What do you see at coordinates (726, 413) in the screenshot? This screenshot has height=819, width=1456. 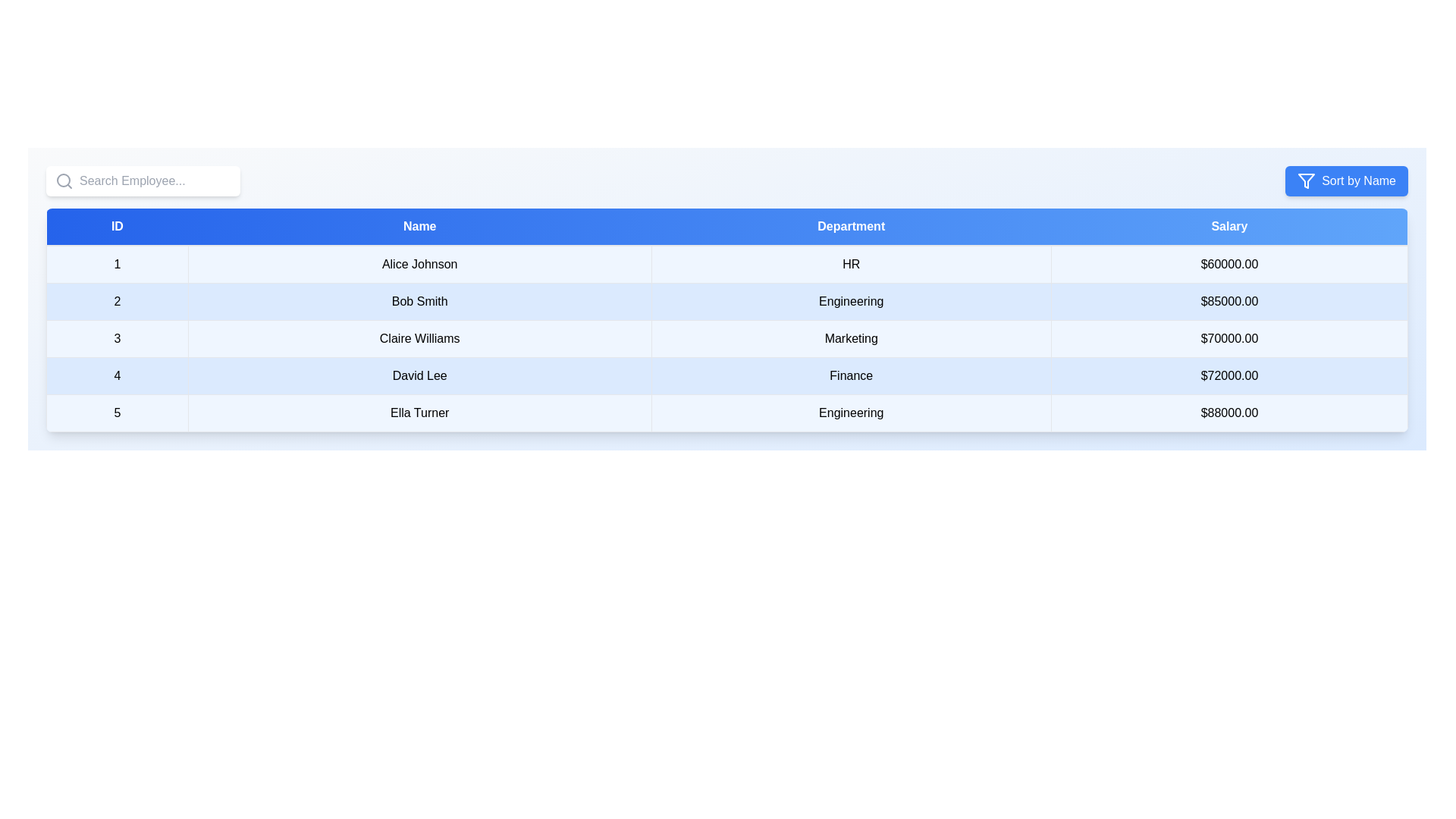 I see `the fifth row of the employee data table displaying details about 'Ella Turner'` at bounding box center [726, 413].